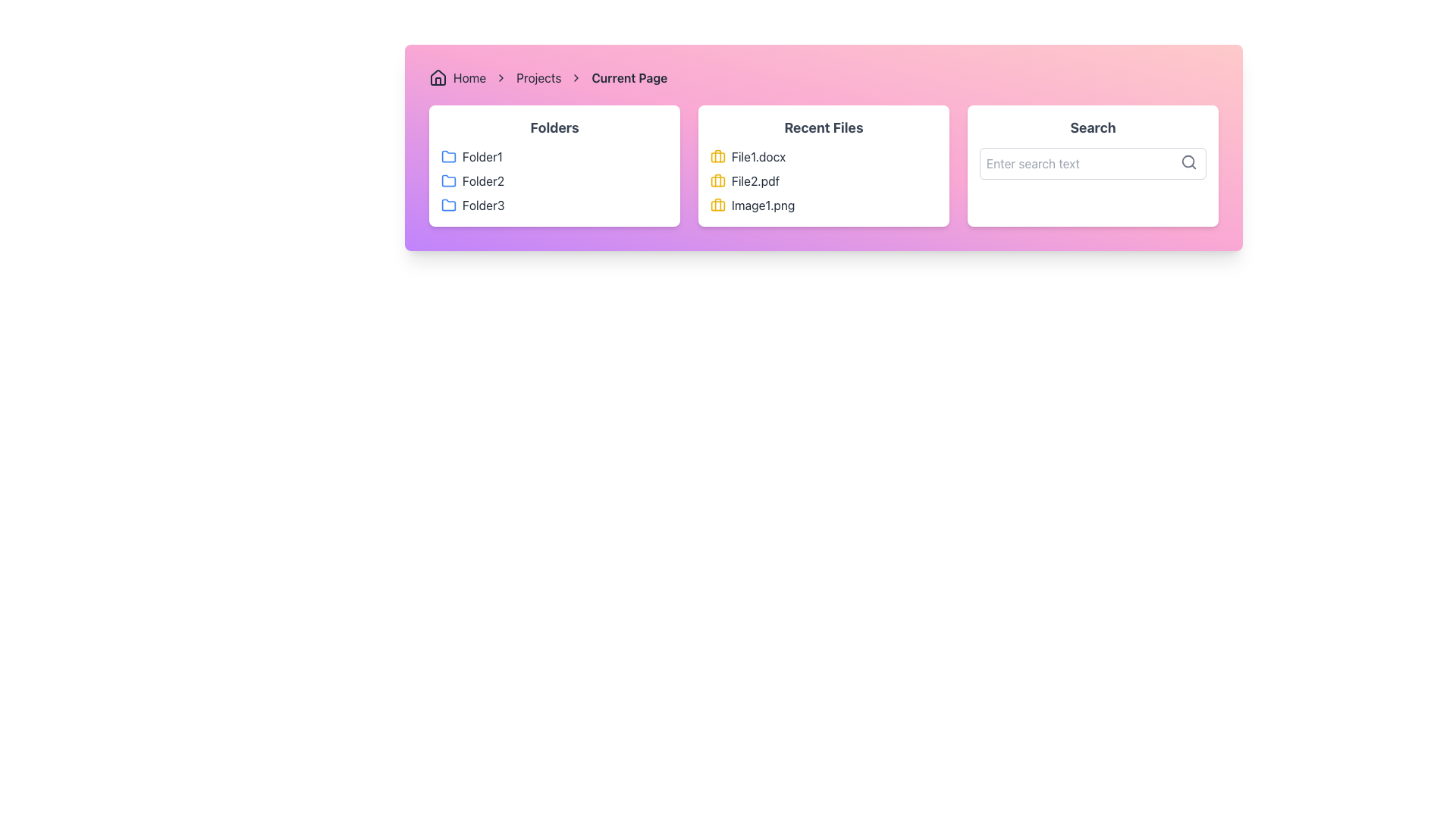 The image size is (1456, 819). Describe the element at coordinates (554, 205) in the screenshot. I see `the list item representing the folder labeled 'Folder3' which is the third item in the vertical list of folders` at that location.